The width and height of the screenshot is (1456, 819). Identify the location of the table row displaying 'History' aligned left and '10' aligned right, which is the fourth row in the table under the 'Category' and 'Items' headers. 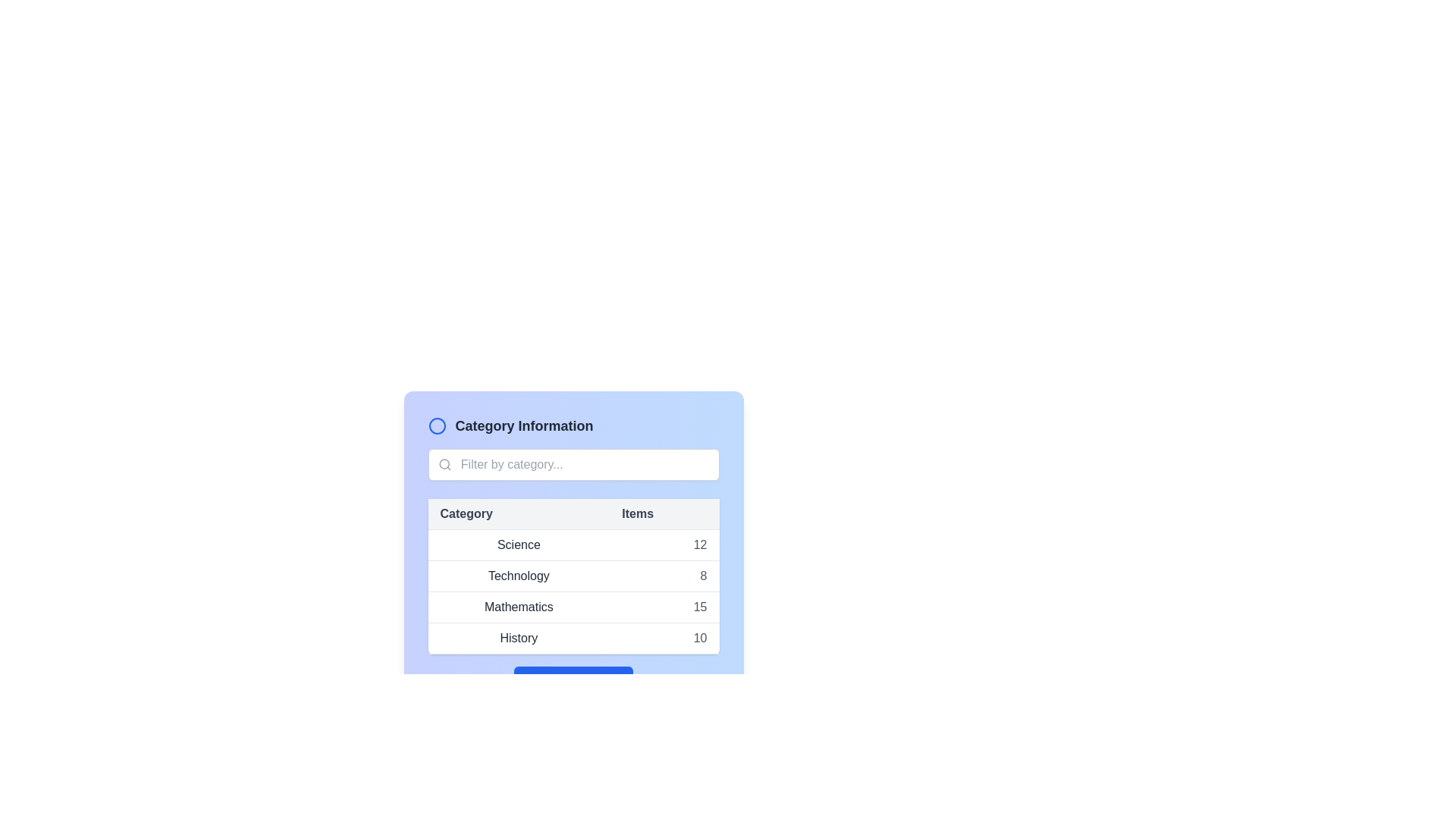
(573, 638).